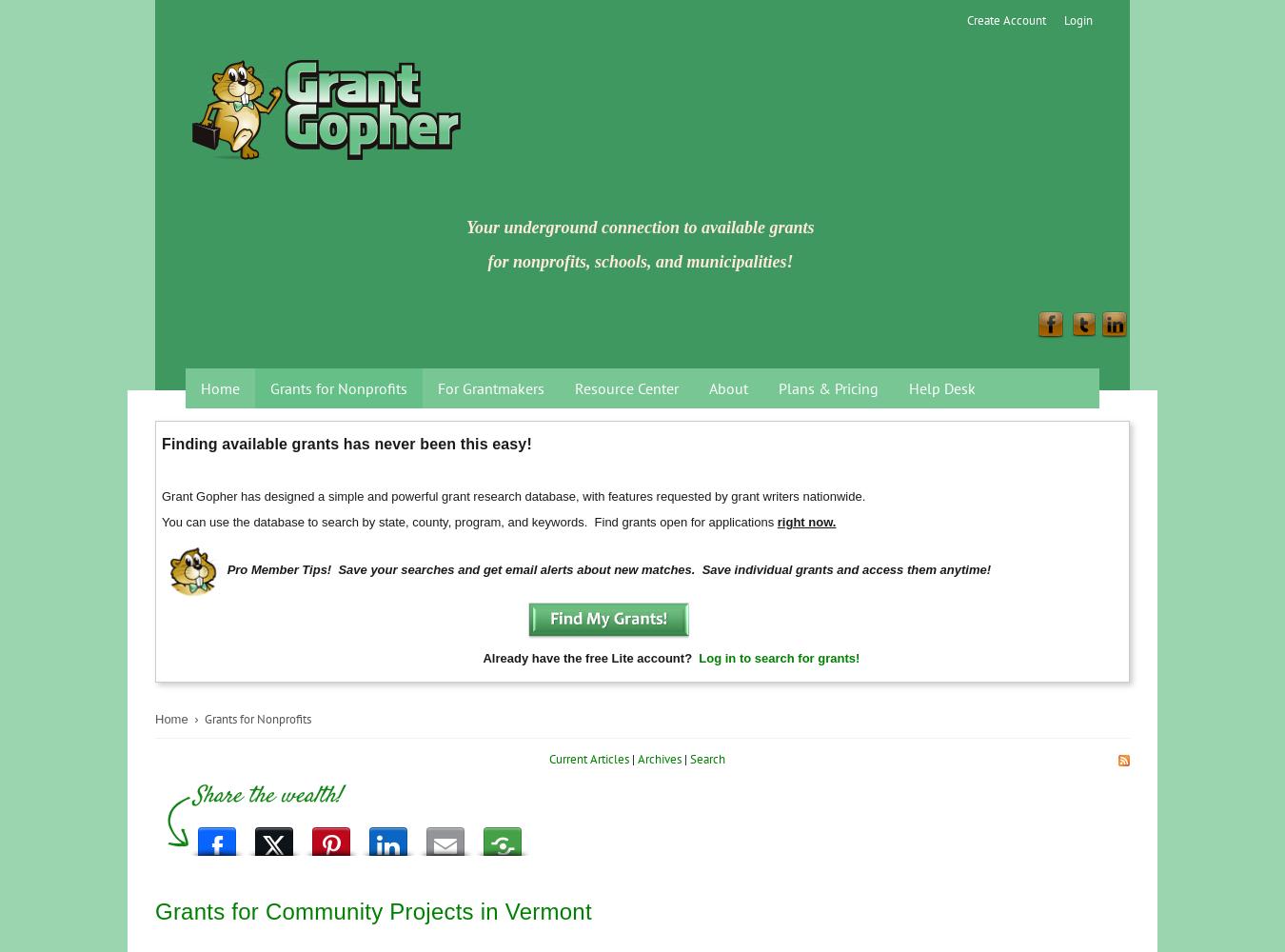 This screenshot has width=1285, height=952. Describe the element at coordinates (464, 261) in the screenshot. I see `'for nonprofits, schools, and municipalities!'` at that location.